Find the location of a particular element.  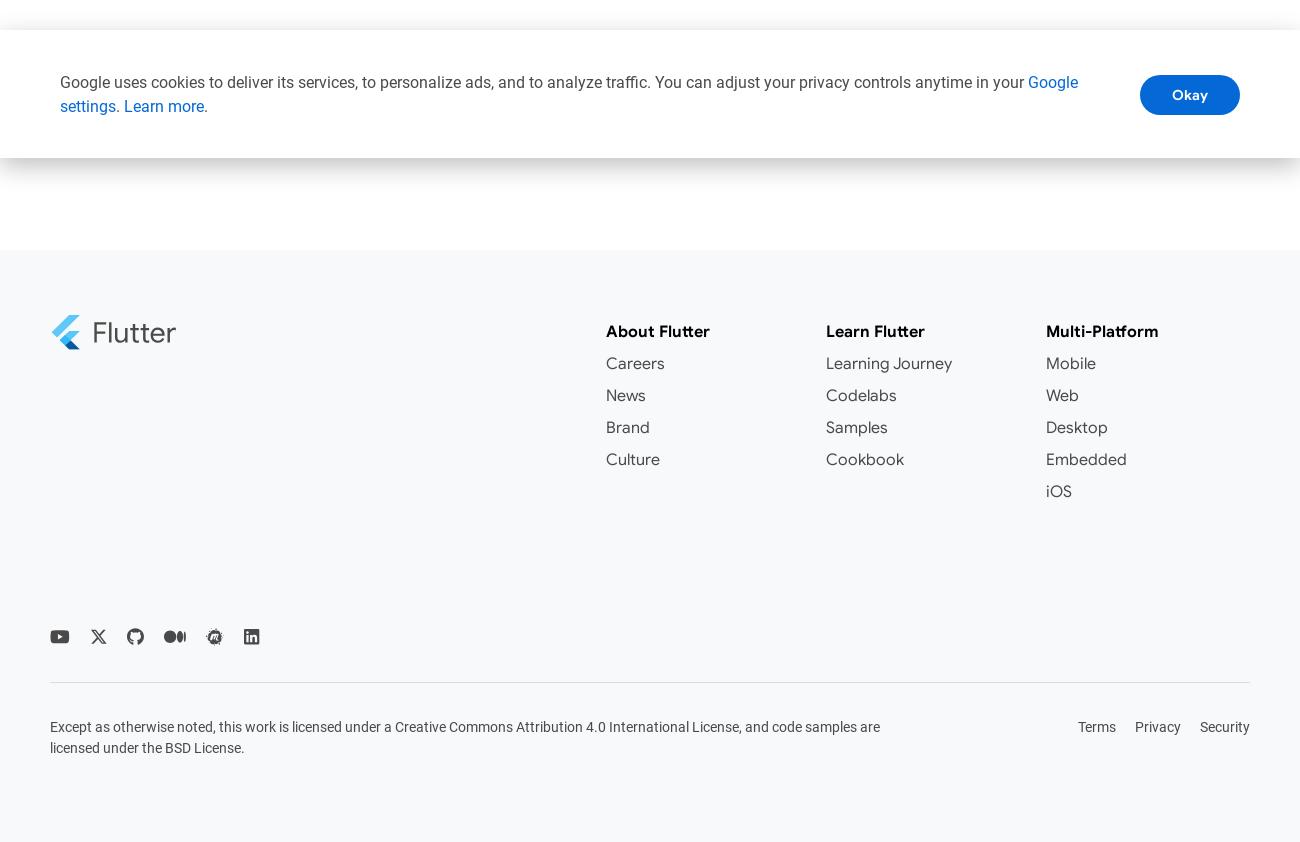

'Except as otherwise noted, this work is licensed under a Creative Commons
      Attribution 4.0 International License, and code samples are licensed under
      the BSD License.' is located at coordinates (49, 736).